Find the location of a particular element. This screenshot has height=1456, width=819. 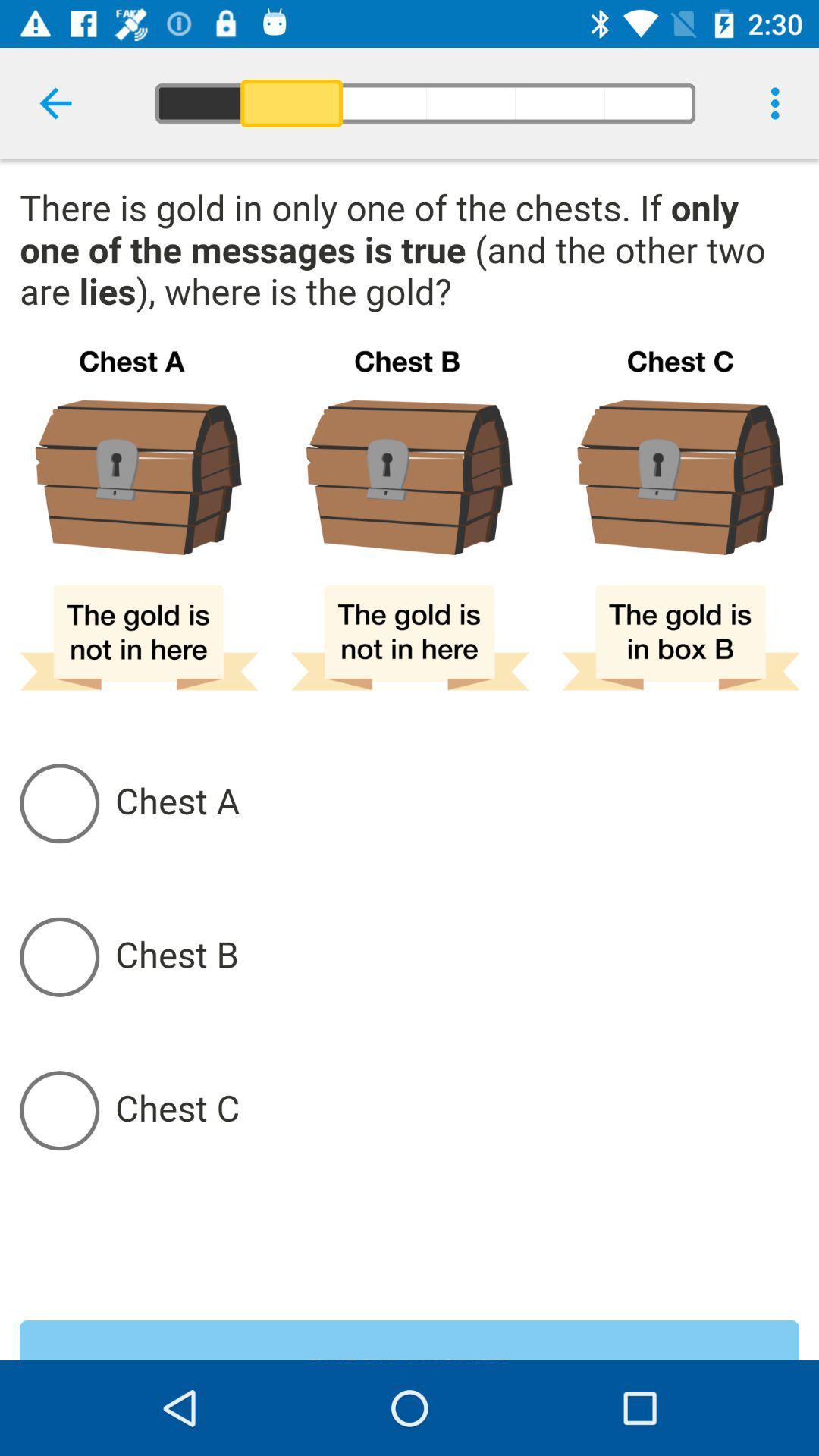

chest a selection is located at coordinates (456, 802).